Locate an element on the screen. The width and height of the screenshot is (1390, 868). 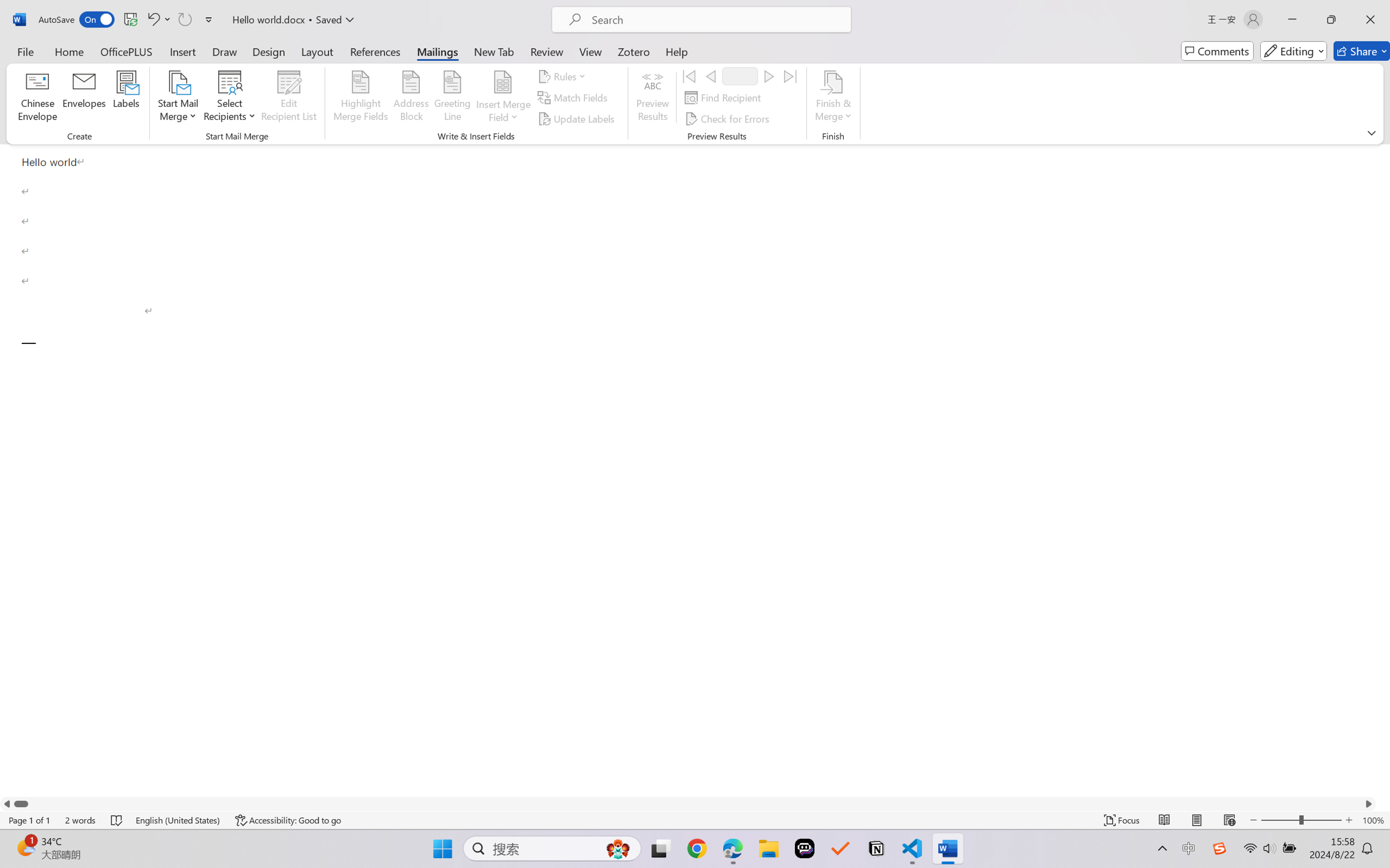
'Greeting Line...' is located at coordinates (452, 98).